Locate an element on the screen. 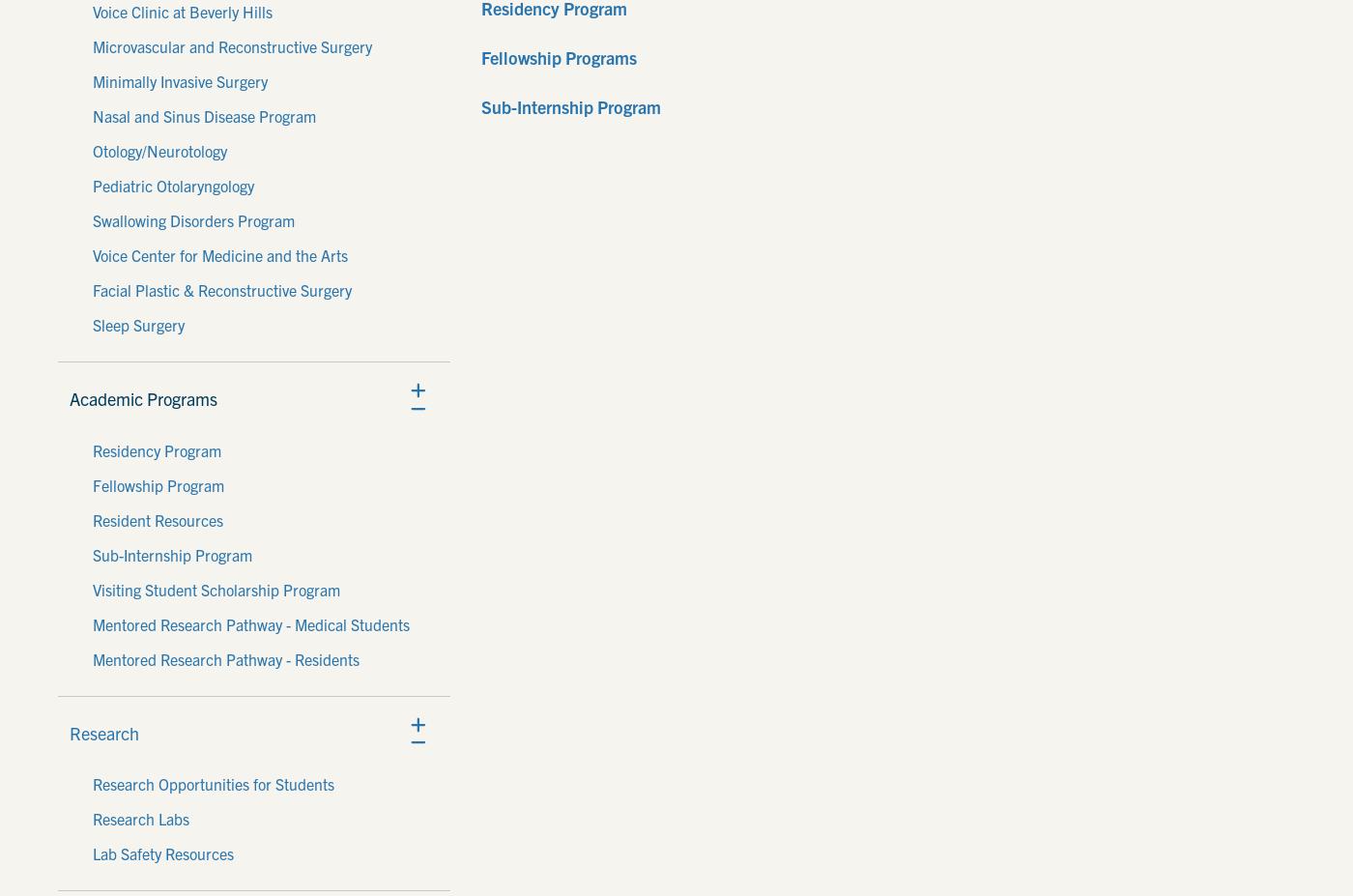 The height and width of the screenshot is (896, 1353). 'Voice Center for Medicine and the Arts' is located at coordinates (220, 255).